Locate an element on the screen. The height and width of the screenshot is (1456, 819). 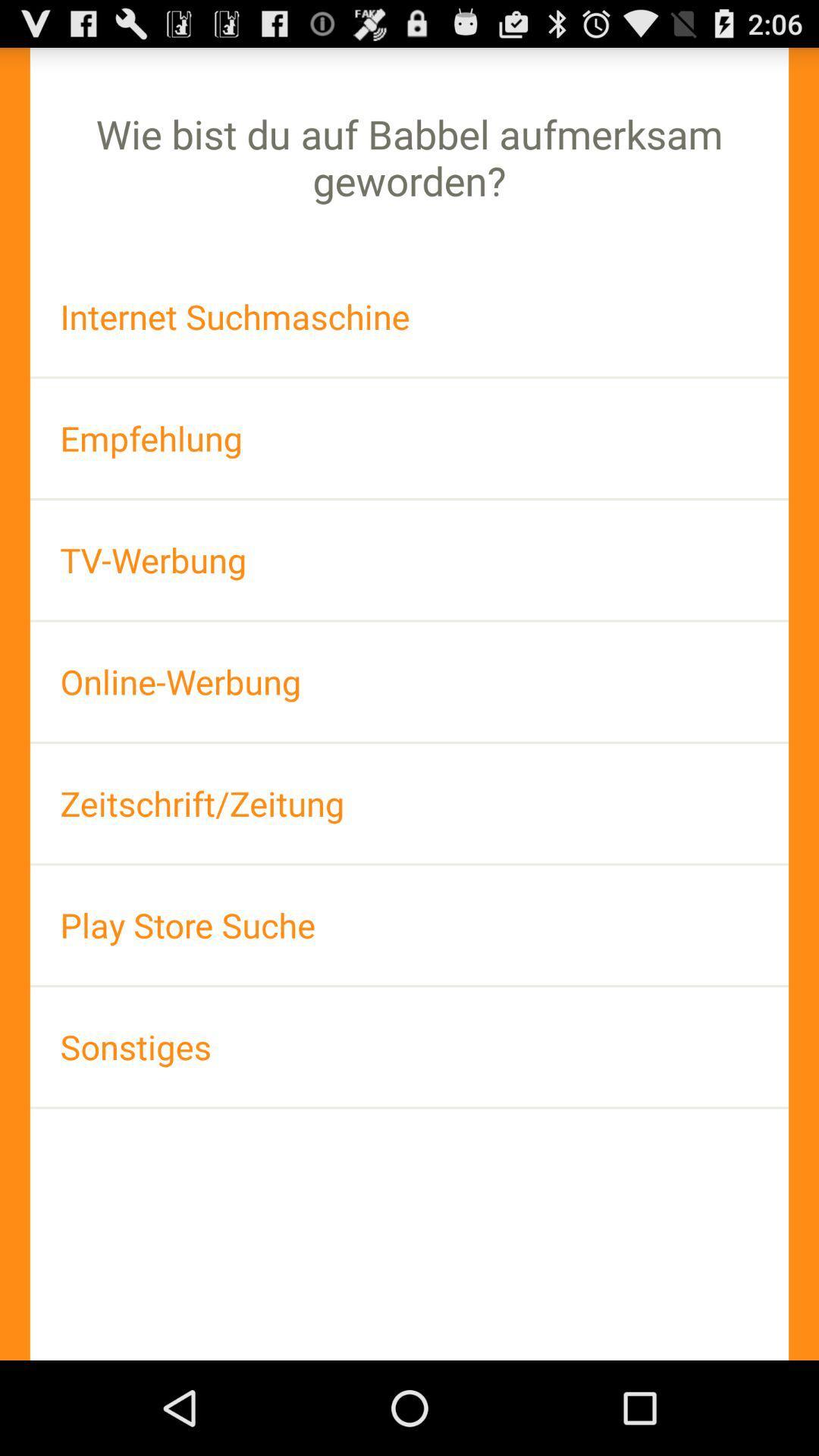
item below the wie bist du app is located at coordinates (409, 315).